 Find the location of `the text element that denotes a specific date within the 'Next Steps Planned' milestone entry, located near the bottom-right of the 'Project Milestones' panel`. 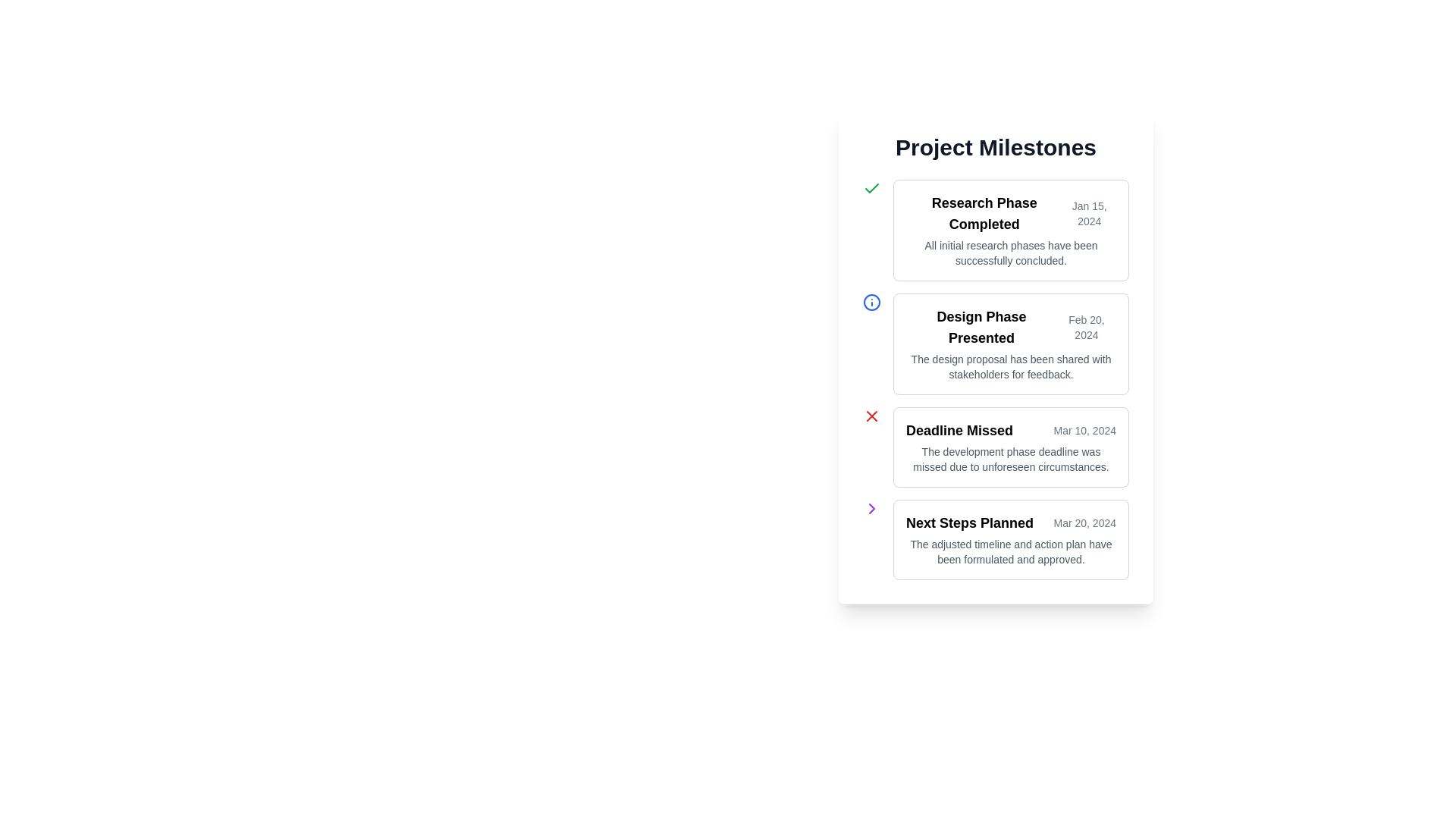

the text element that denotes a specific date within the 'Next Steps Planned' milestone entry, located near the bottom-right of the 'Project Milestones' panel is located at coordinates (1084, 522).